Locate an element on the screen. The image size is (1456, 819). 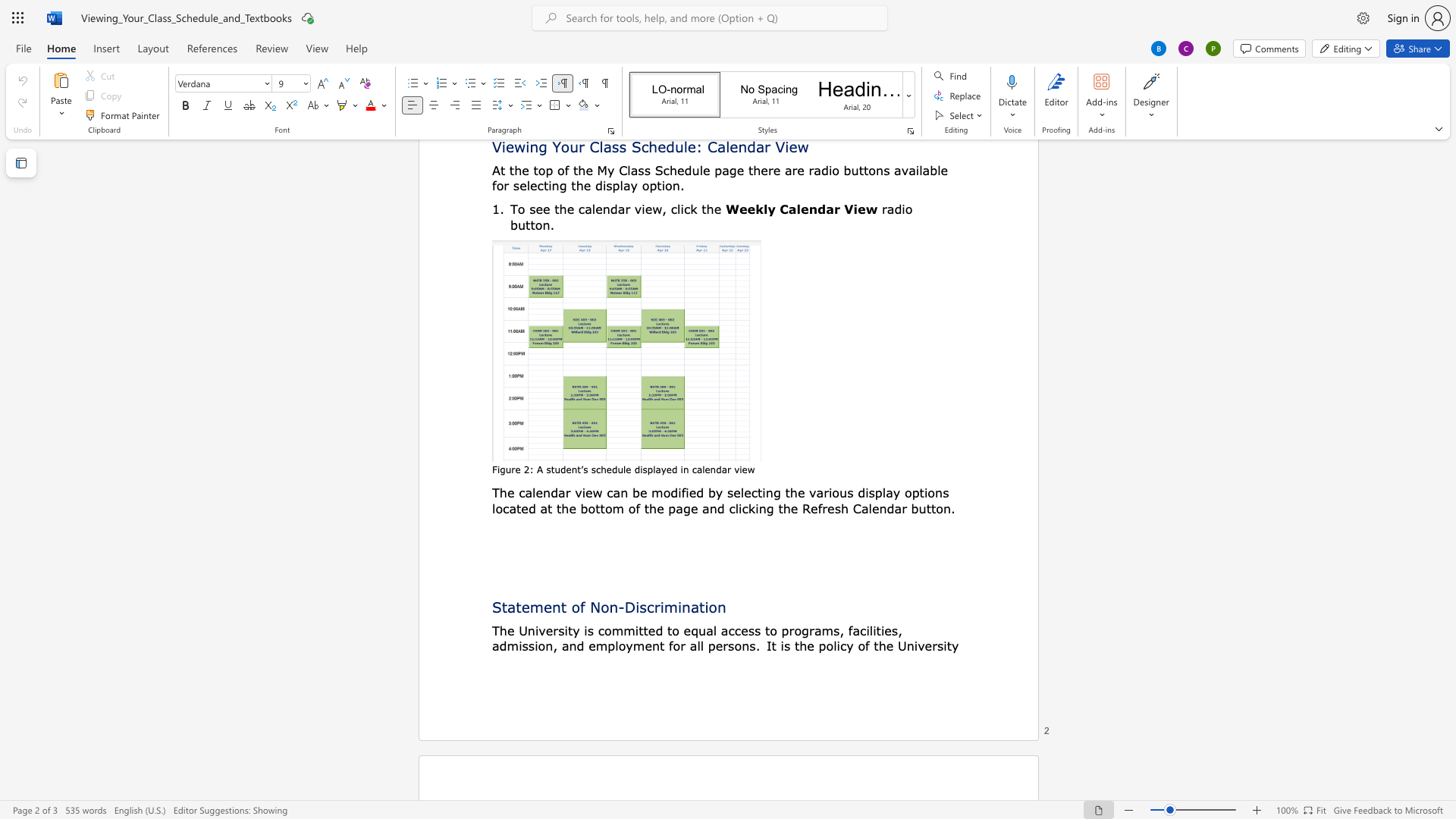
the 1th character "h" in the text is located at coordinates (792, 492).